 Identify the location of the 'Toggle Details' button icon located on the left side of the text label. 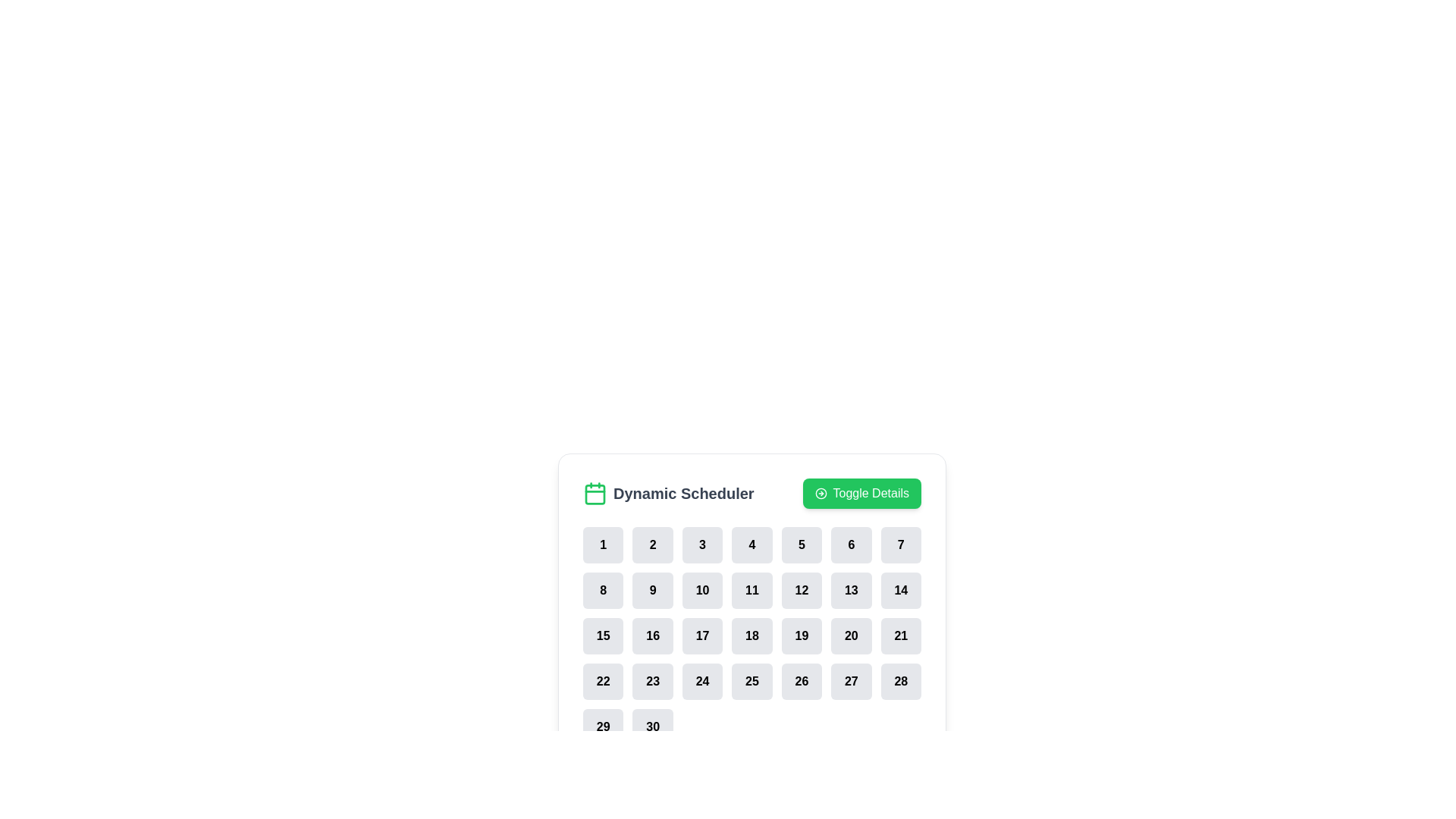
(820, 494).